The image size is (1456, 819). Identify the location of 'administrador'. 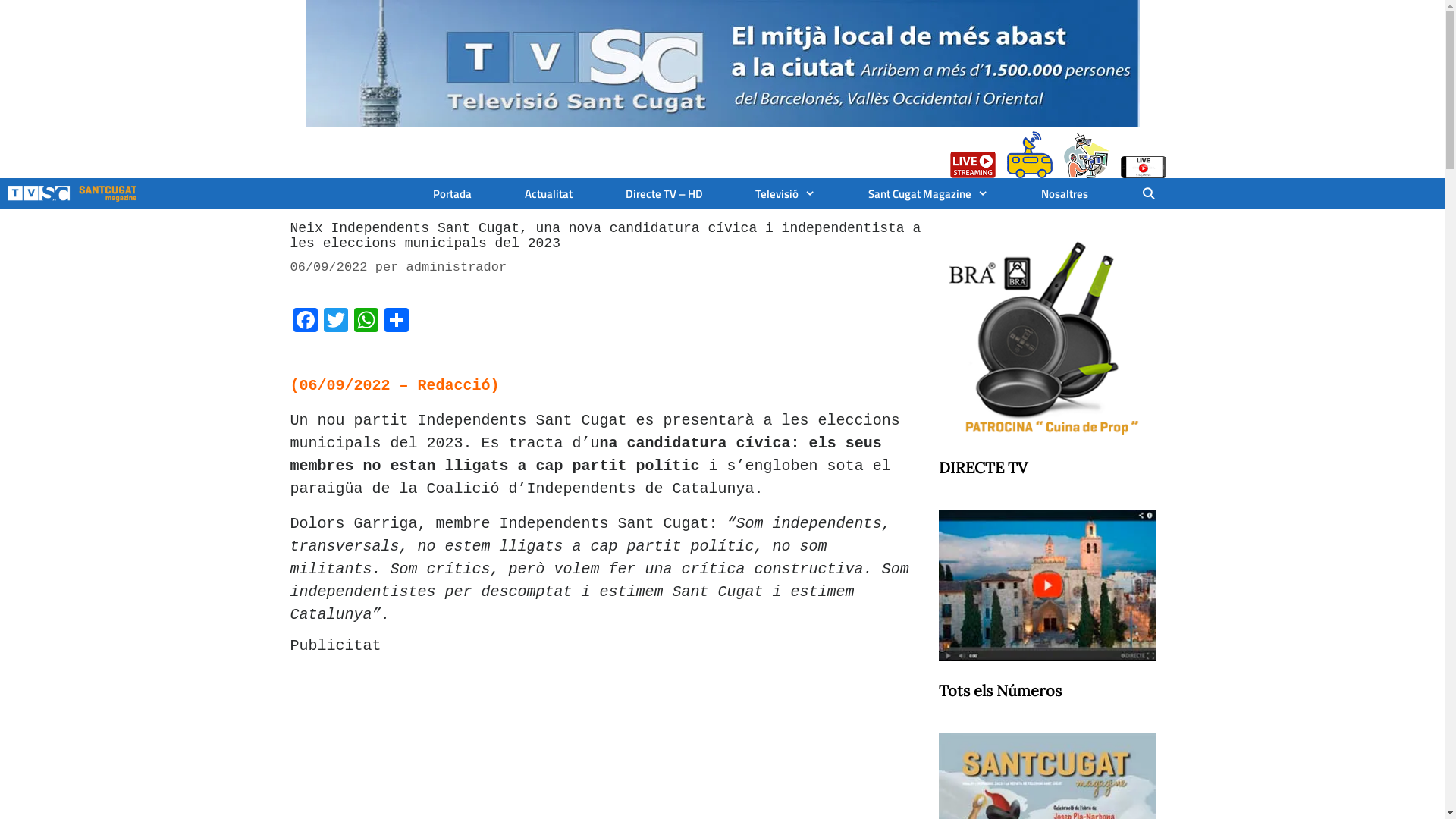
(456, 266).